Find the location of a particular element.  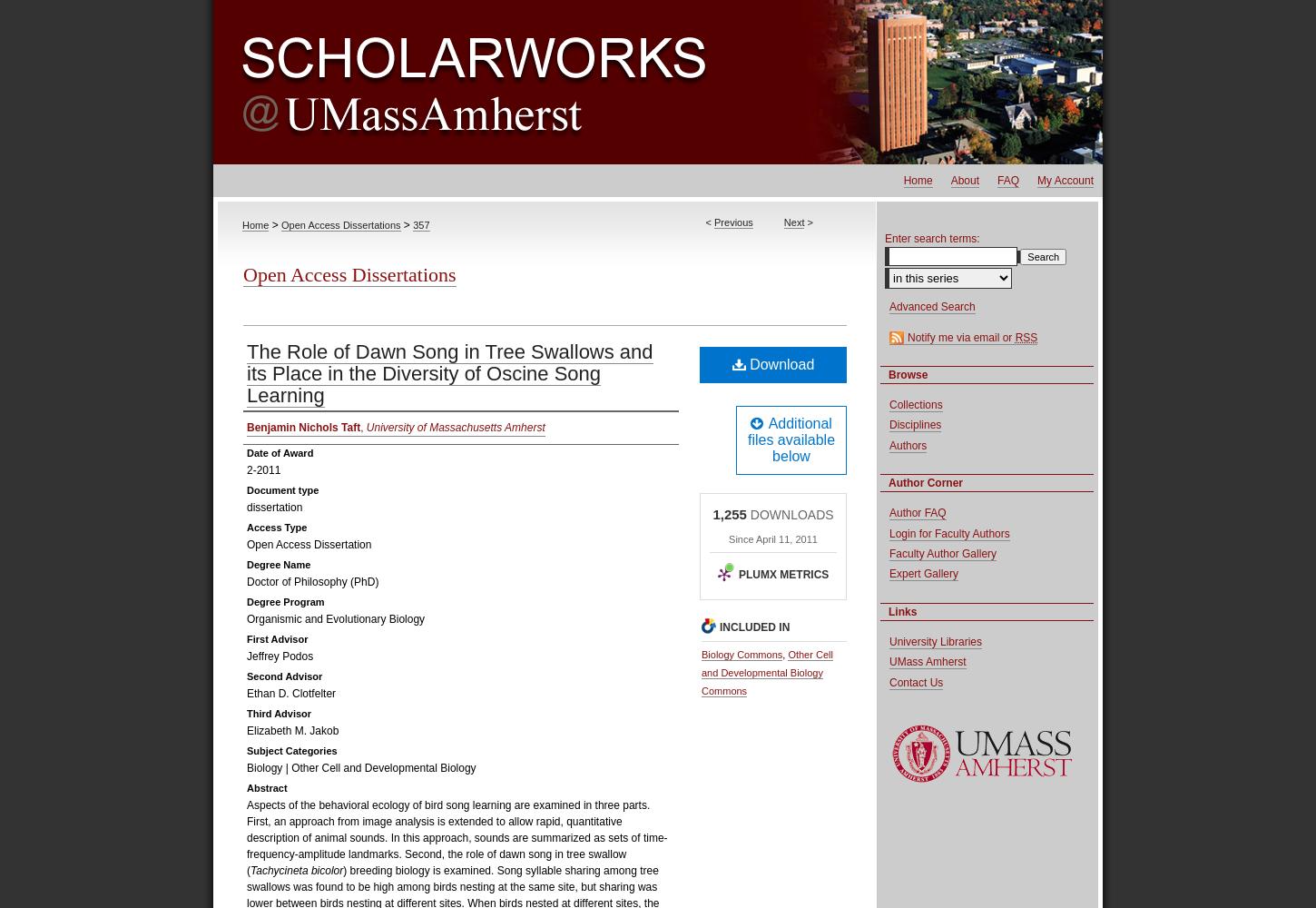

'2-2011' is located at coordinates (263, 470).